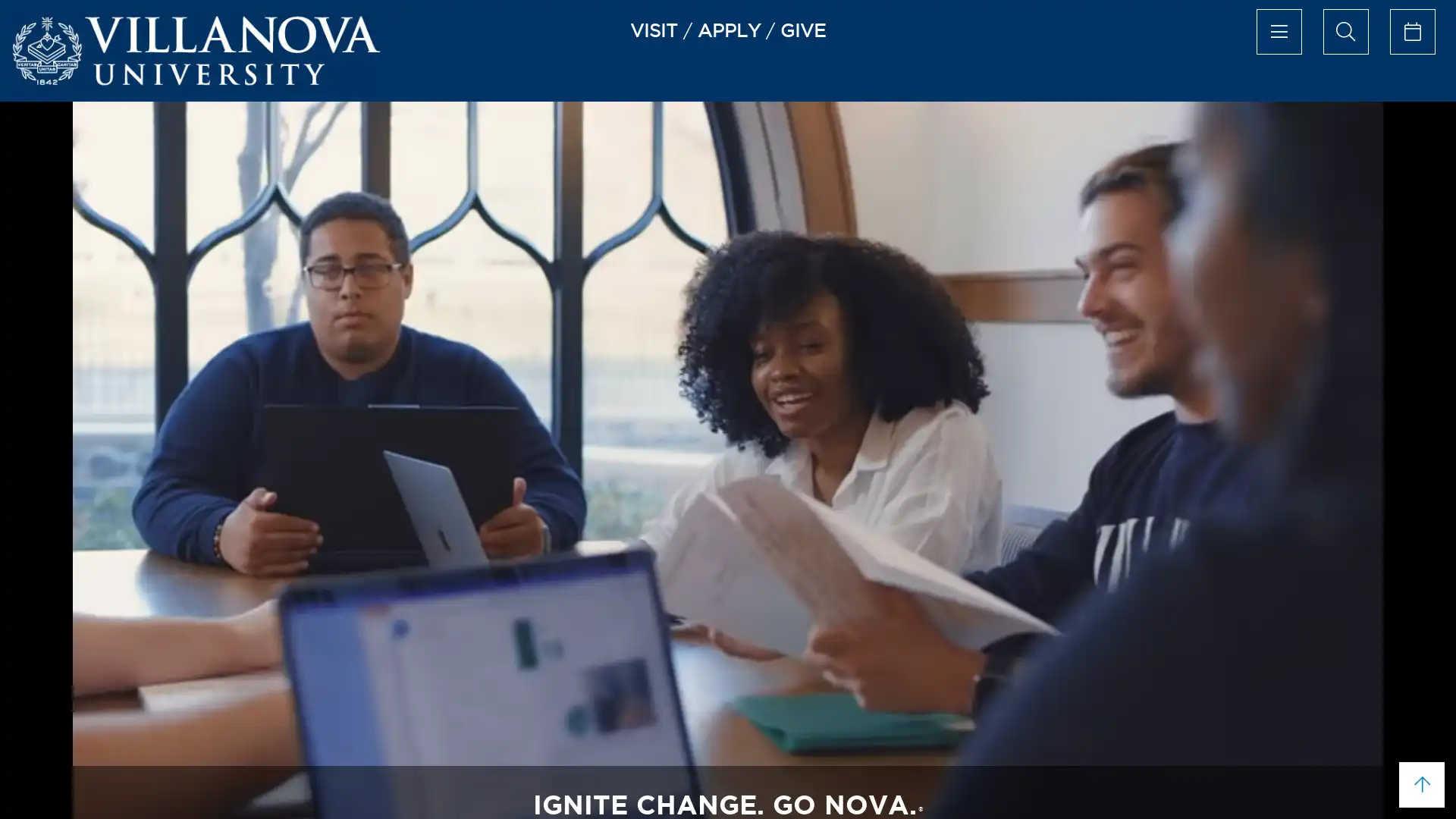  What do you see at coordinates (1411, 32) in the screenshot?
I see `celendar of events` at bounding box center [1411, 32].